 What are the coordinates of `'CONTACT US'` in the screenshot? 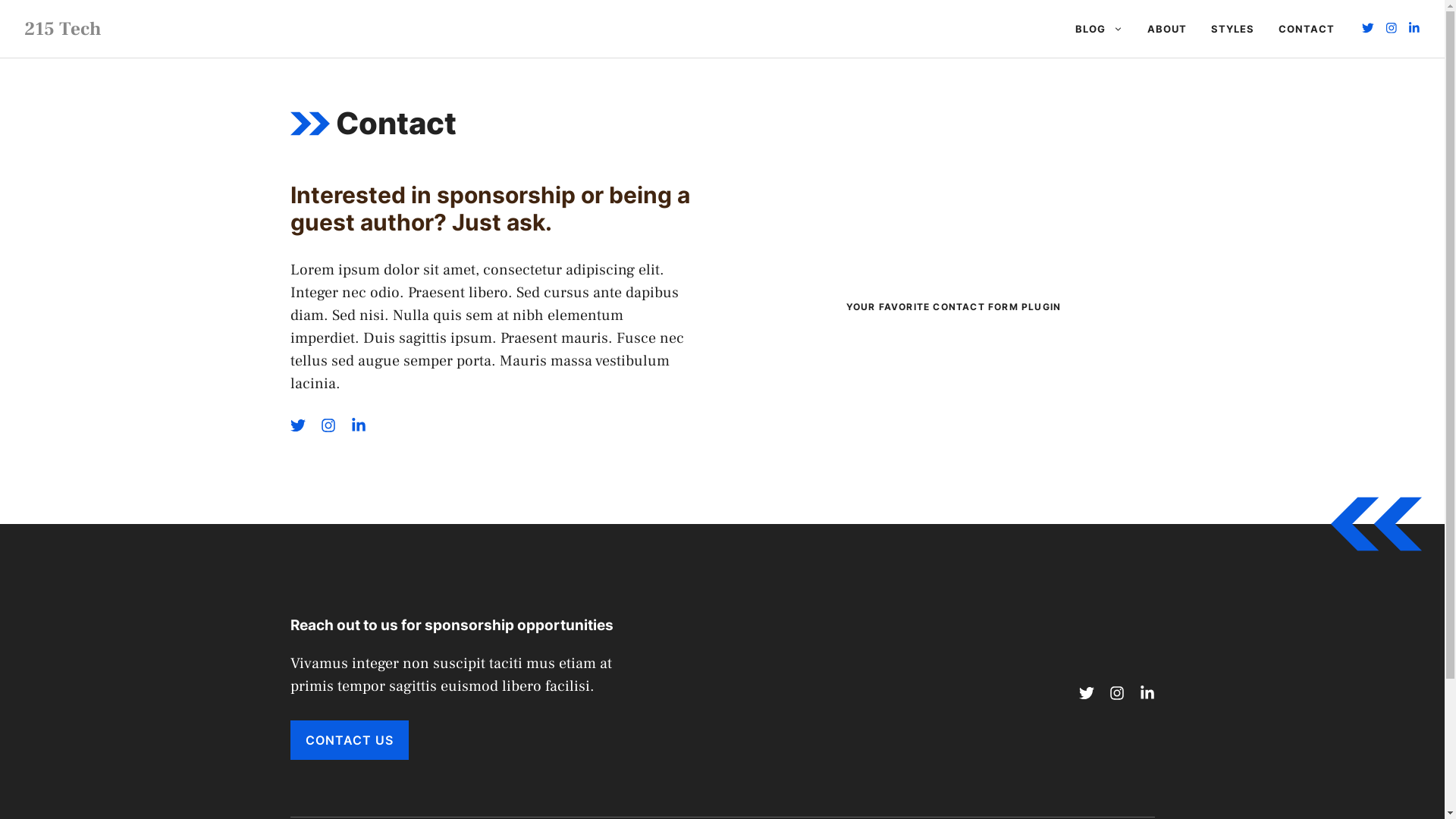 It's located at (290, 739).